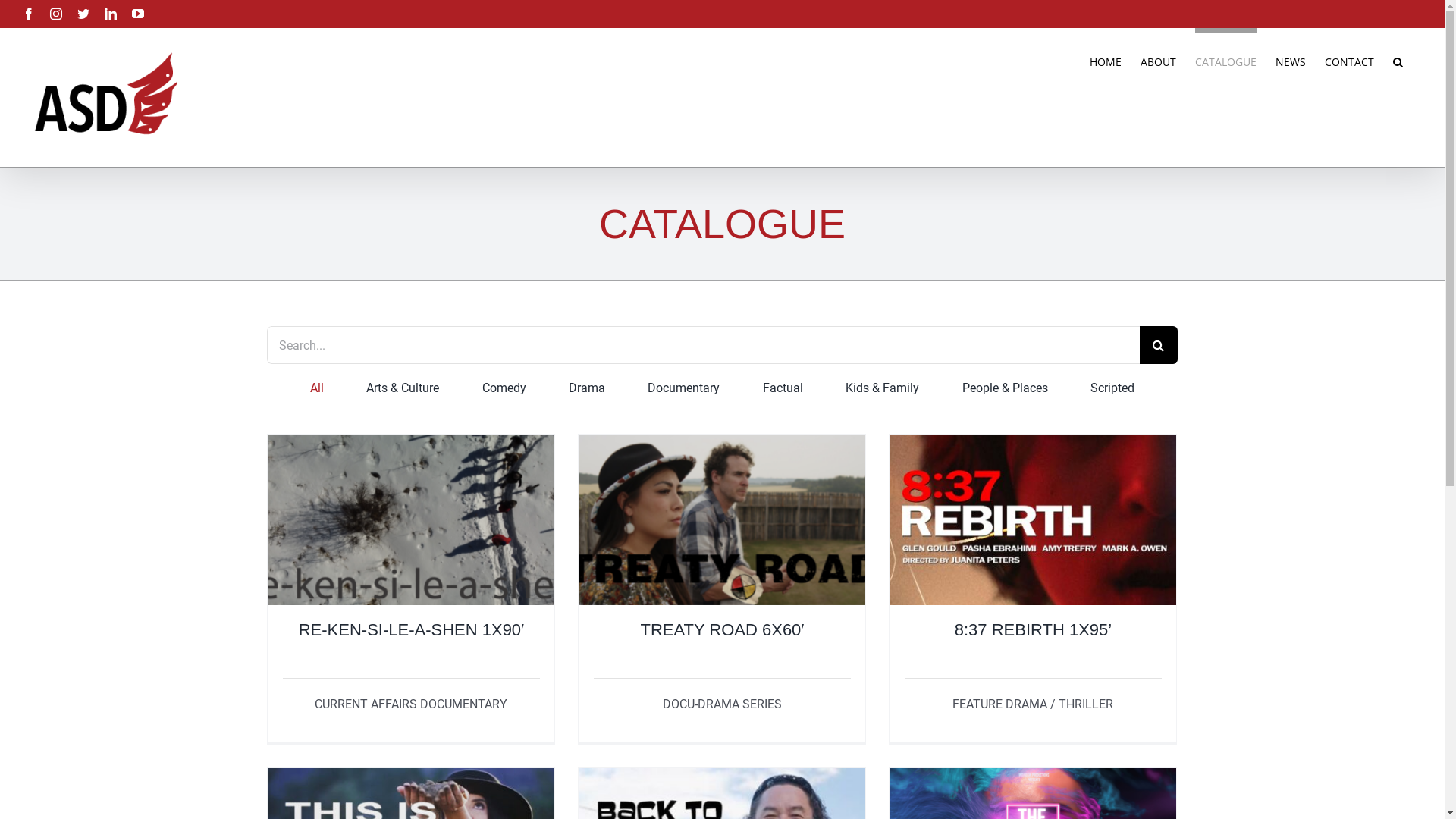 The image size is (1456, 819). What do you see at coordinates (83, 14) in the screenshot?
I see `'Twitter'` at bounding box center [83, 14].